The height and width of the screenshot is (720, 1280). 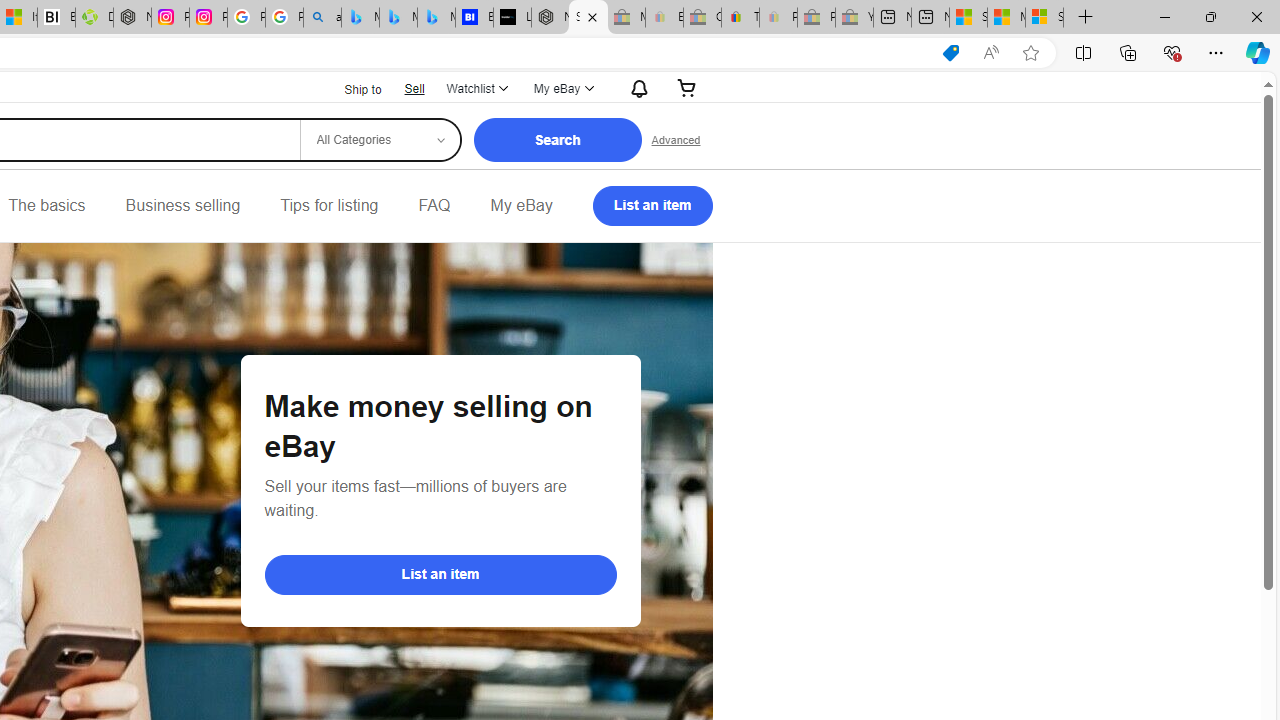 What do you see at coordinates (131, 17) in the screenshot?
I see `'Nordace - Nordace Edin Collection'` at bounding box center [131, 17].